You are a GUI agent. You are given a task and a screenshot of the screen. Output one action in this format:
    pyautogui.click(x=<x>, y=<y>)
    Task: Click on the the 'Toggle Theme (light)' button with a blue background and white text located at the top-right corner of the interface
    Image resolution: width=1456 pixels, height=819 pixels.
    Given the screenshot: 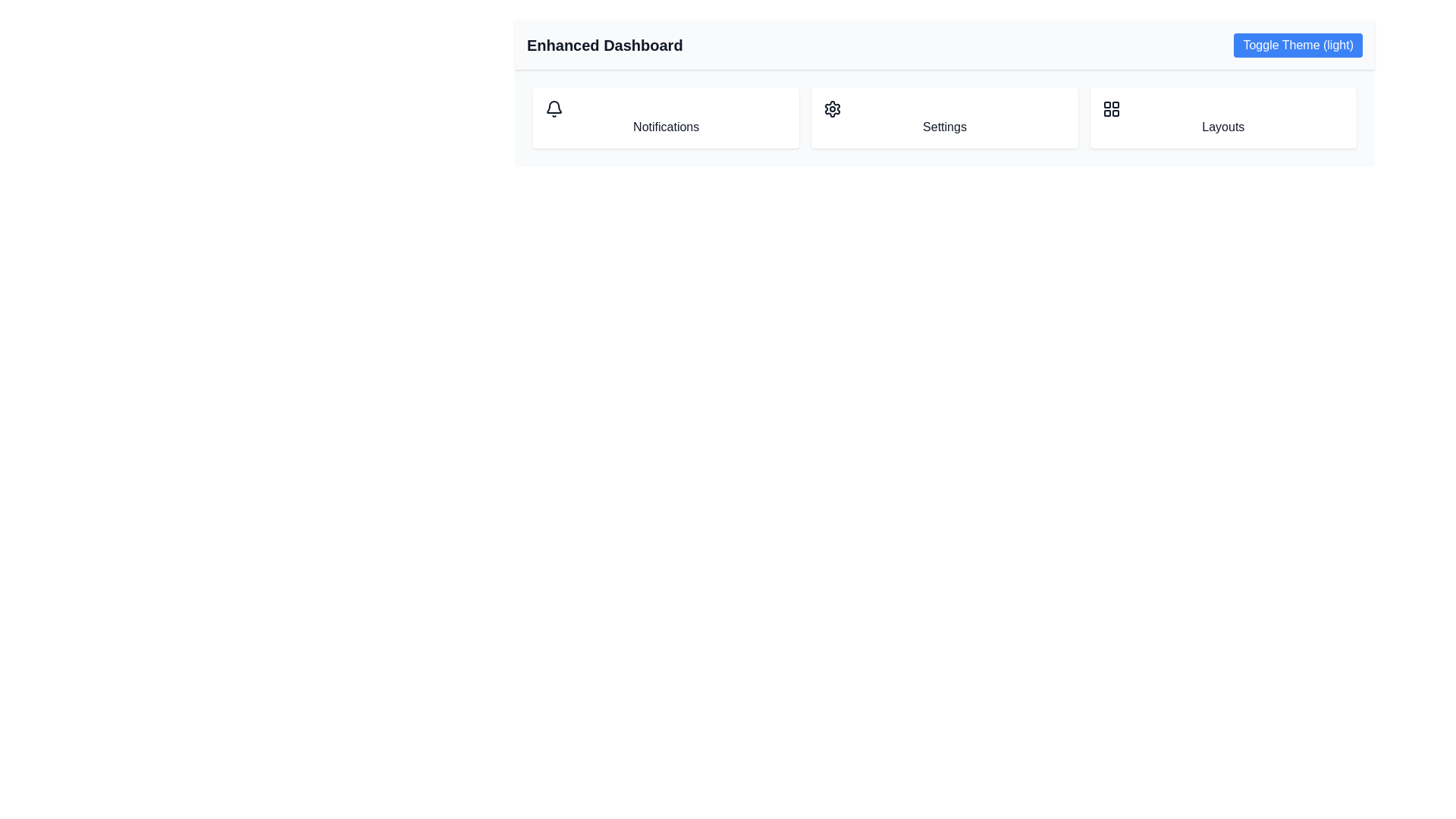 What is the action you would take?
    pyautogui.click(x=1298, y=45)
    